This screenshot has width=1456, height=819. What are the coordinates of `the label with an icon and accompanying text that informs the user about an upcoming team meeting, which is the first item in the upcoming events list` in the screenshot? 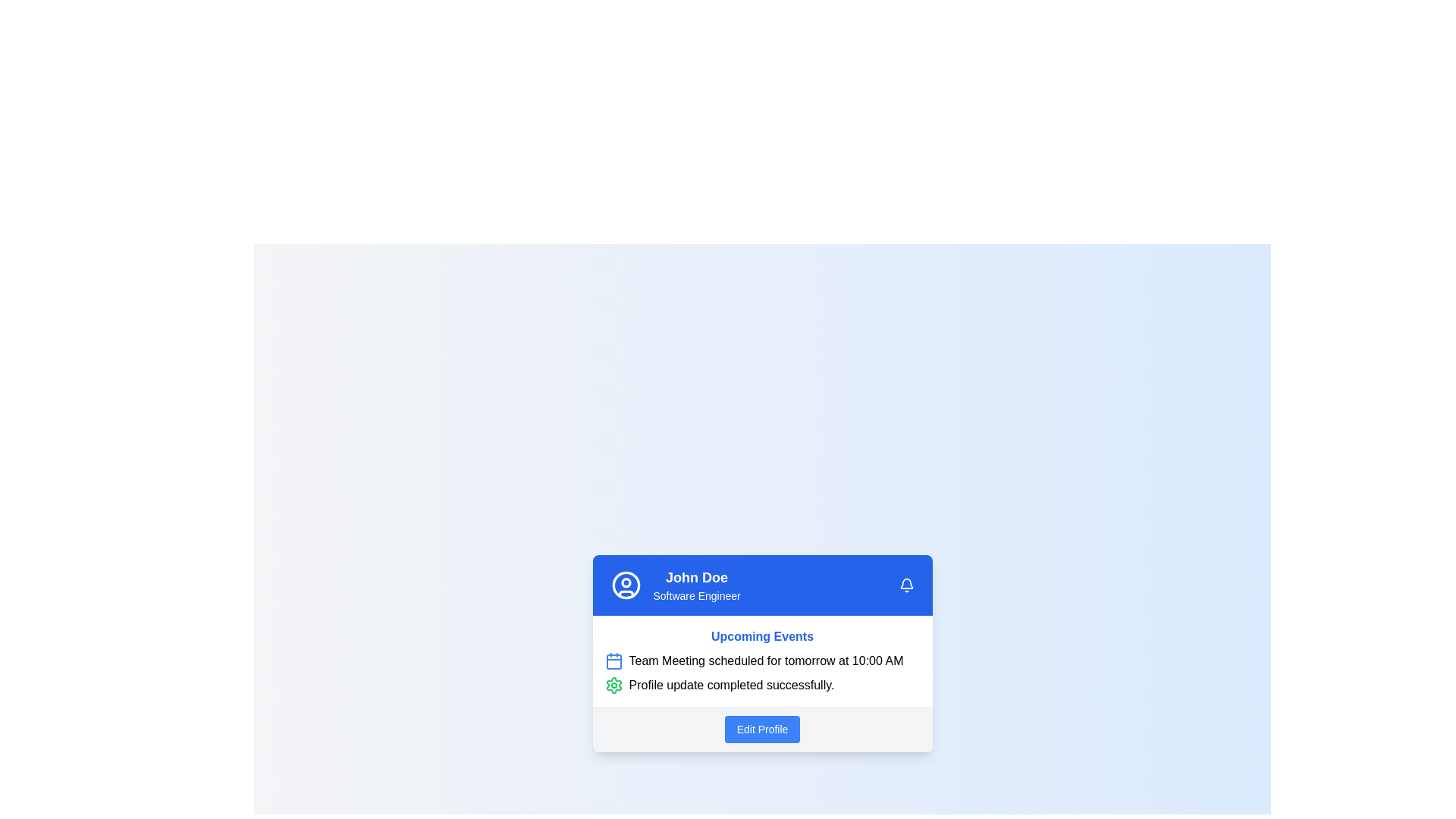 It's located at (762, 660).